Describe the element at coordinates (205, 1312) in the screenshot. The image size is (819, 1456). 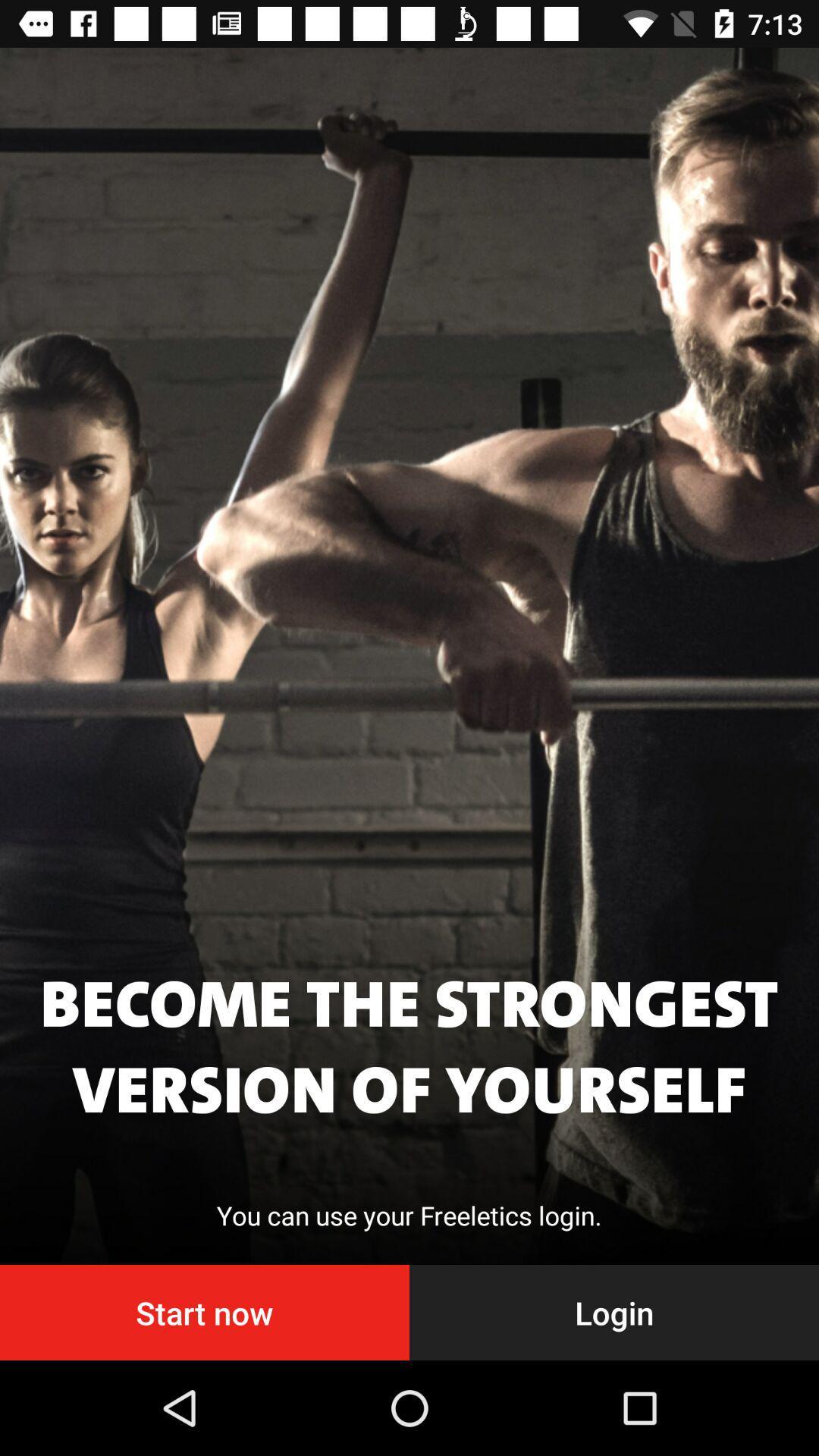
I see `the start now at the bottom left corner` at that location.